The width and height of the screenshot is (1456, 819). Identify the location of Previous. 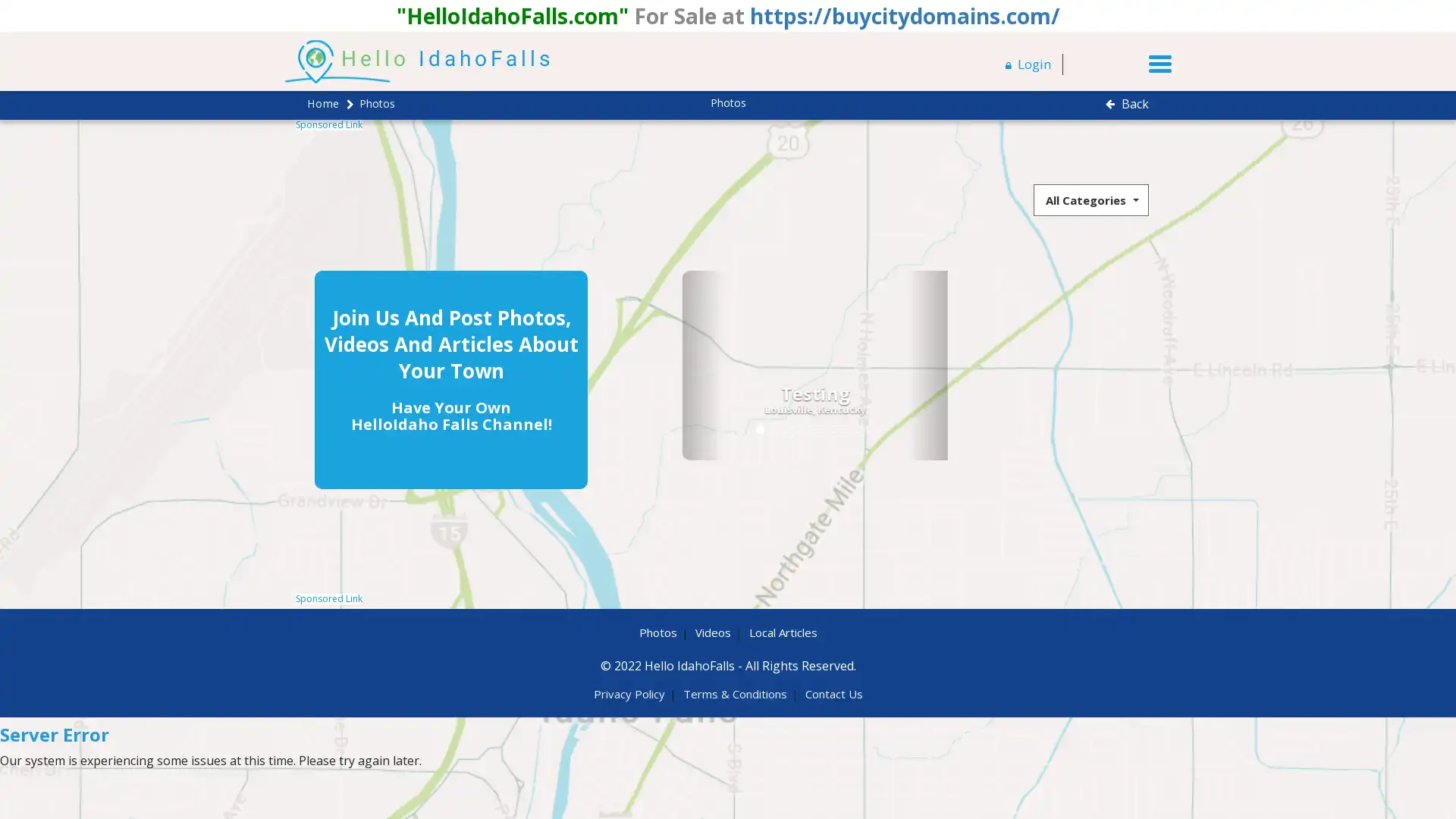
(622, 365).